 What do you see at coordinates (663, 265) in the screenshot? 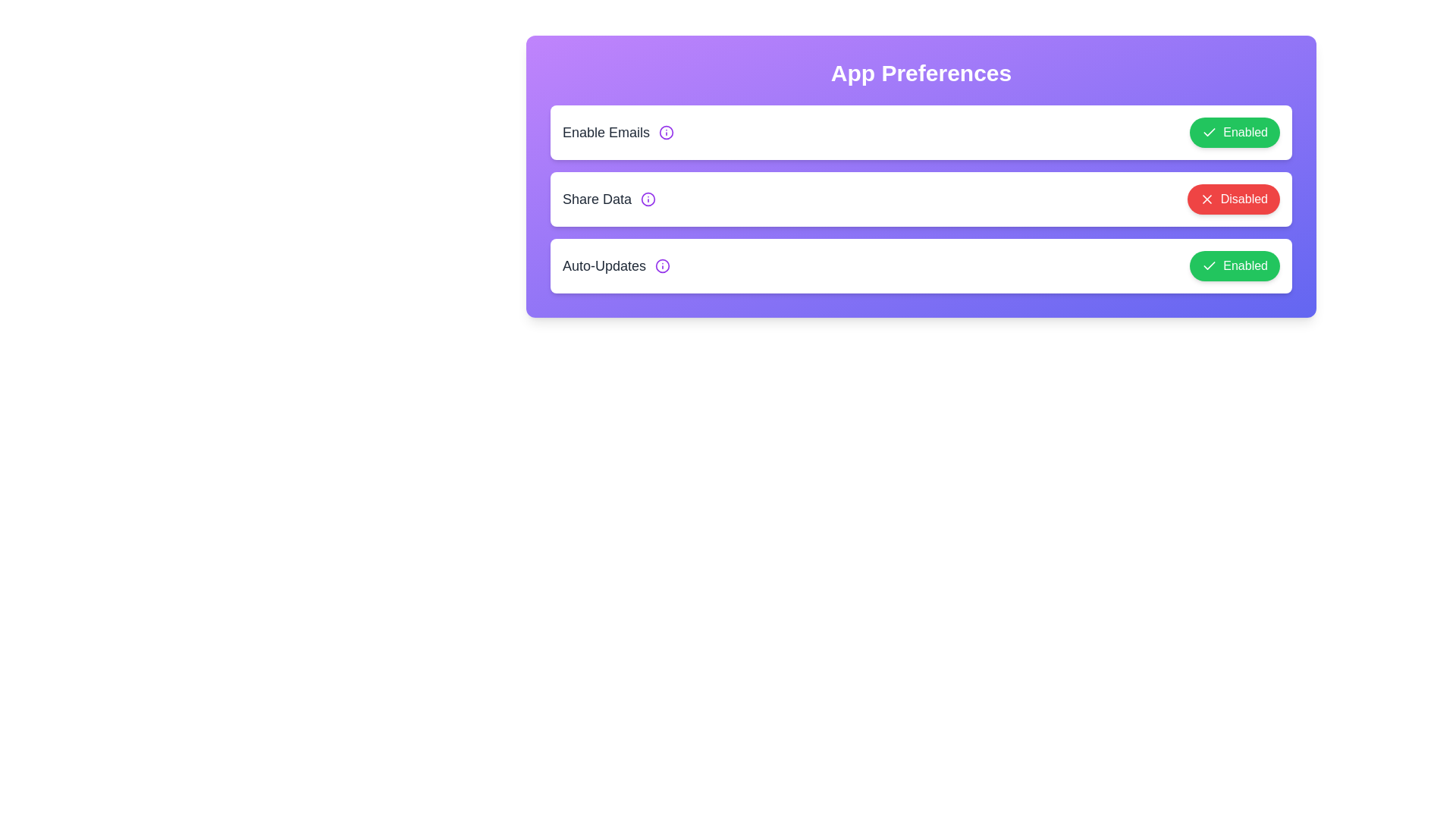
I see `the info icon for Auto-Updates` at bounding box center [663, 265].